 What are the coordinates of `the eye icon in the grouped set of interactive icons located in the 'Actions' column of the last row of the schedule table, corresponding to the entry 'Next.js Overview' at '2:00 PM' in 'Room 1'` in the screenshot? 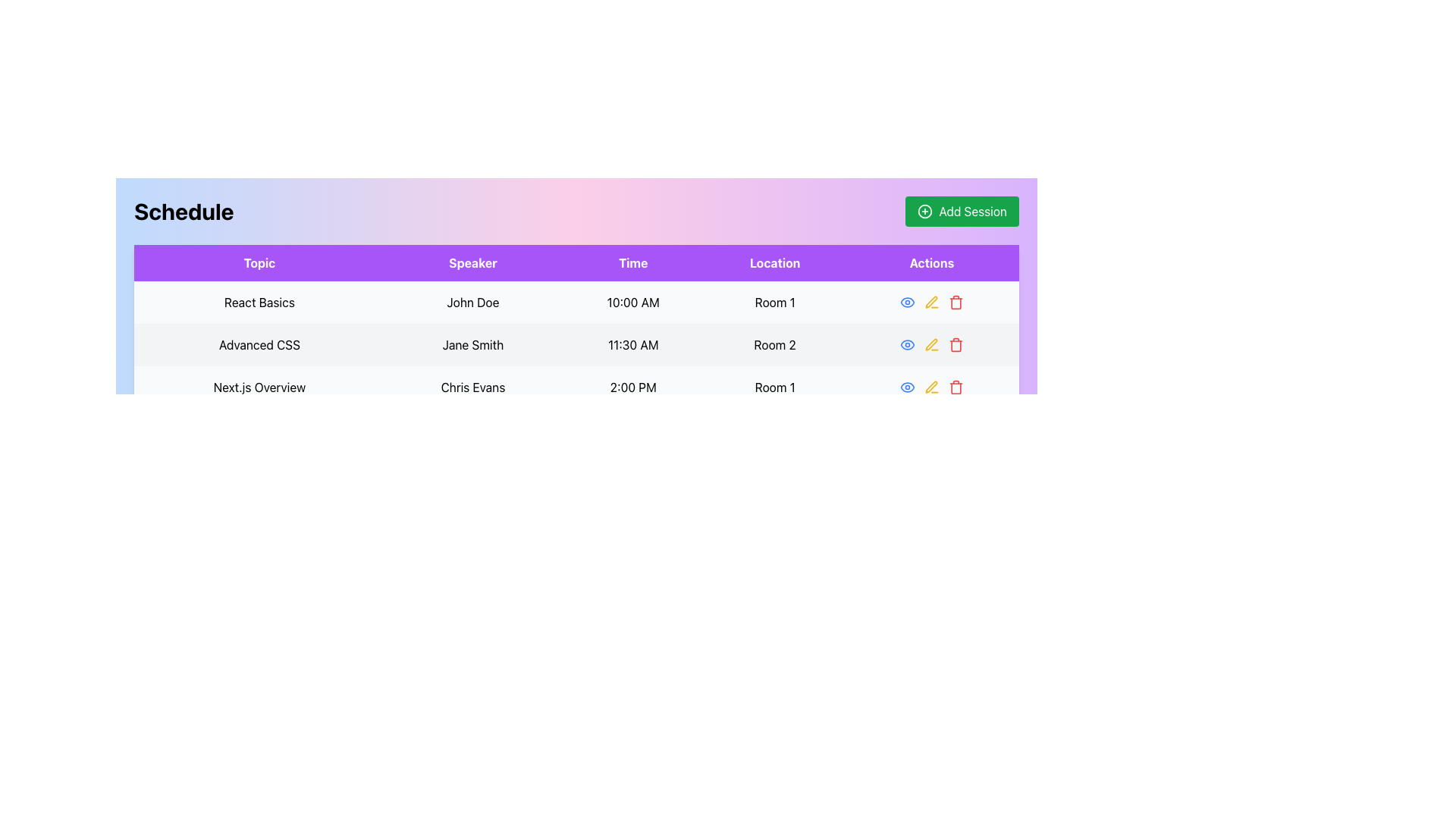 It's located at (930, 386).